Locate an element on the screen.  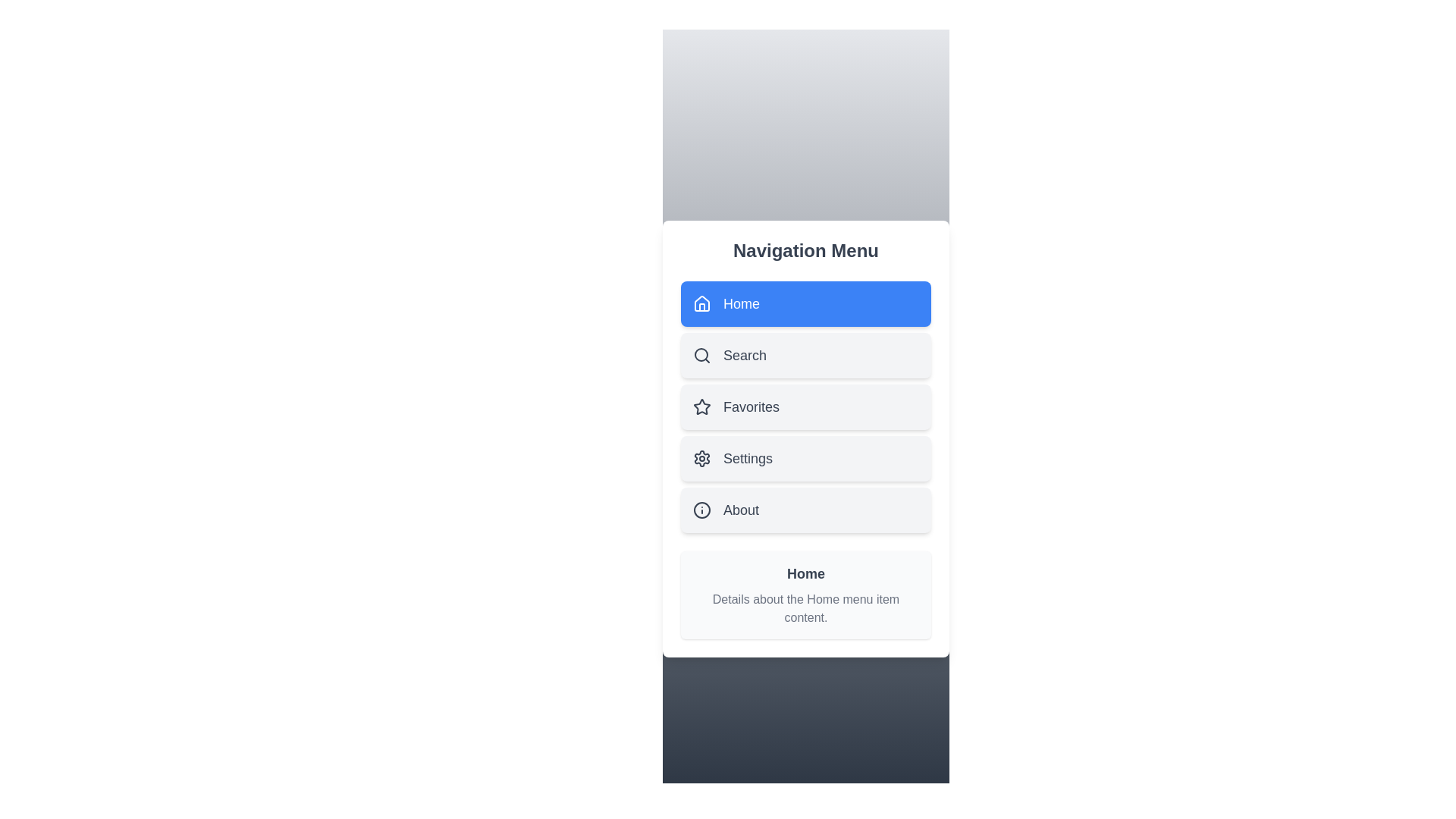
the menu item Favorites is located at coordinates (805, 406).